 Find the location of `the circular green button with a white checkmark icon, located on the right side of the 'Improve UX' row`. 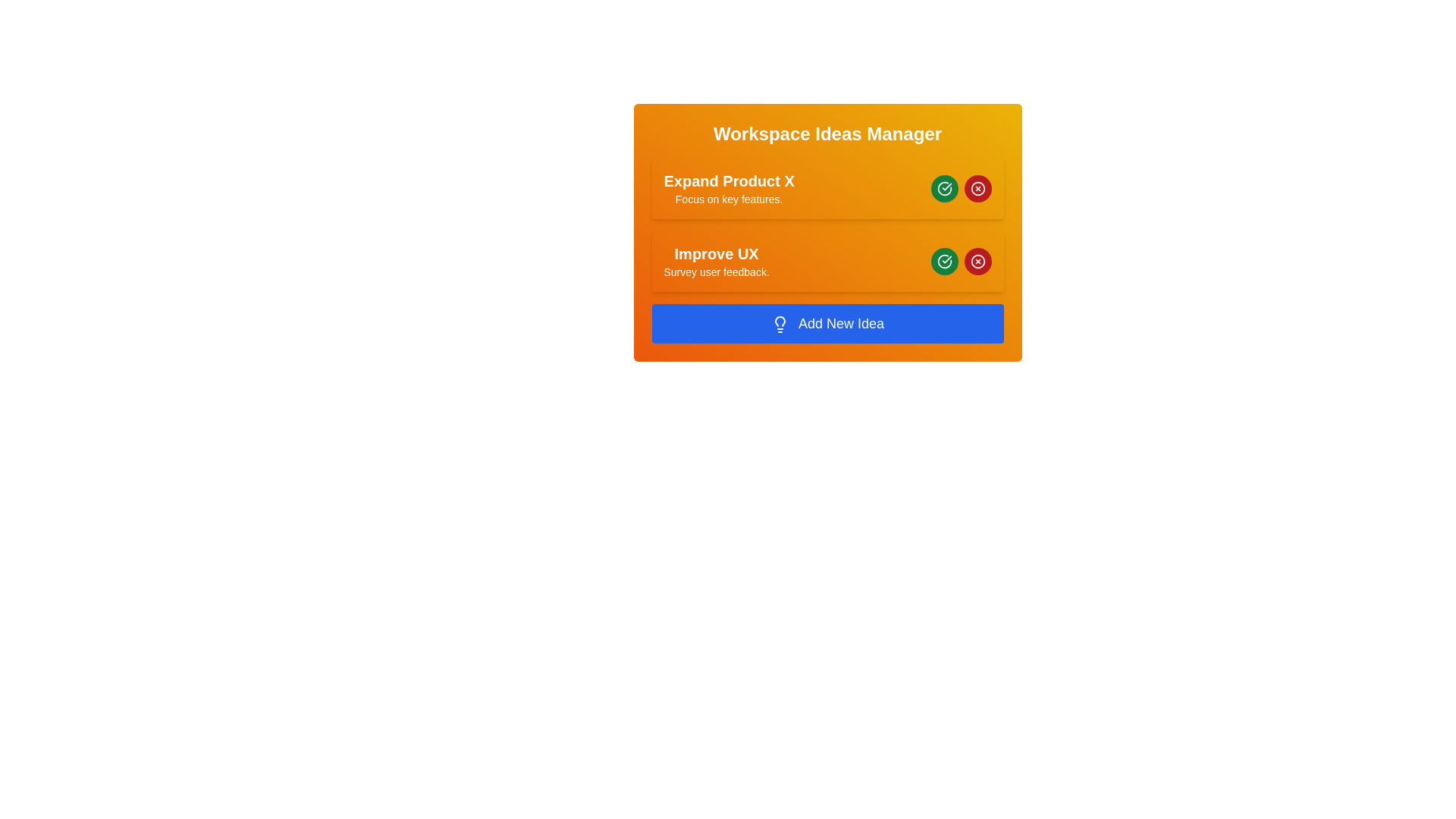

the circular green button with a white checkmark icon, located on the right side of the 'Improve UX' row is located at coordinates (943, 260).